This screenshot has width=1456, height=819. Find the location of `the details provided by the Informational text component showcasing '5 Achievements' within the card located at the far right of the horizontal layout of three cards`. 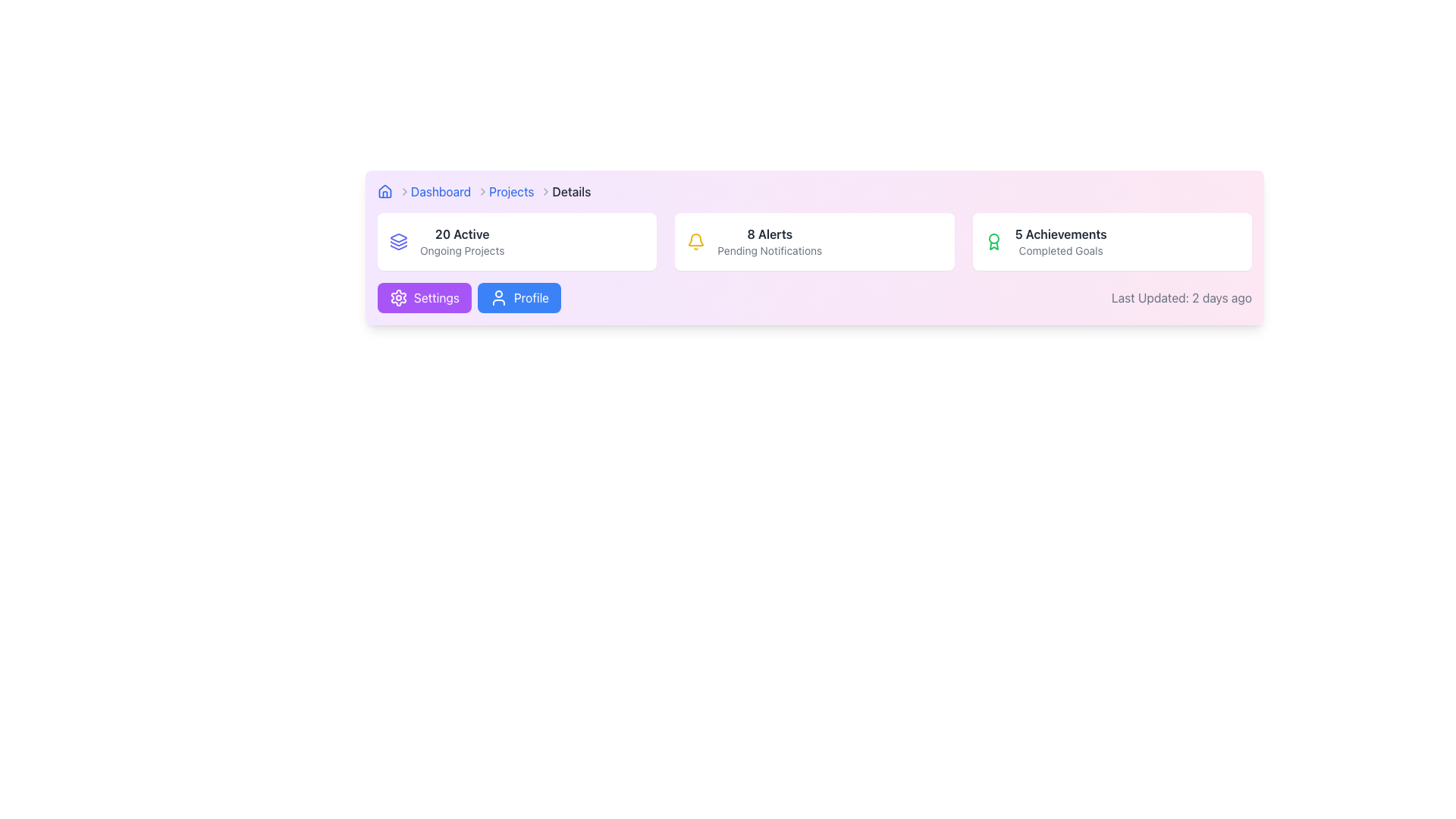

the details provided by the Informational text component showcasing '5 Achievements' within the card located at the far right of the horizontal layout of three cards is located at coordinates (1060, 241).